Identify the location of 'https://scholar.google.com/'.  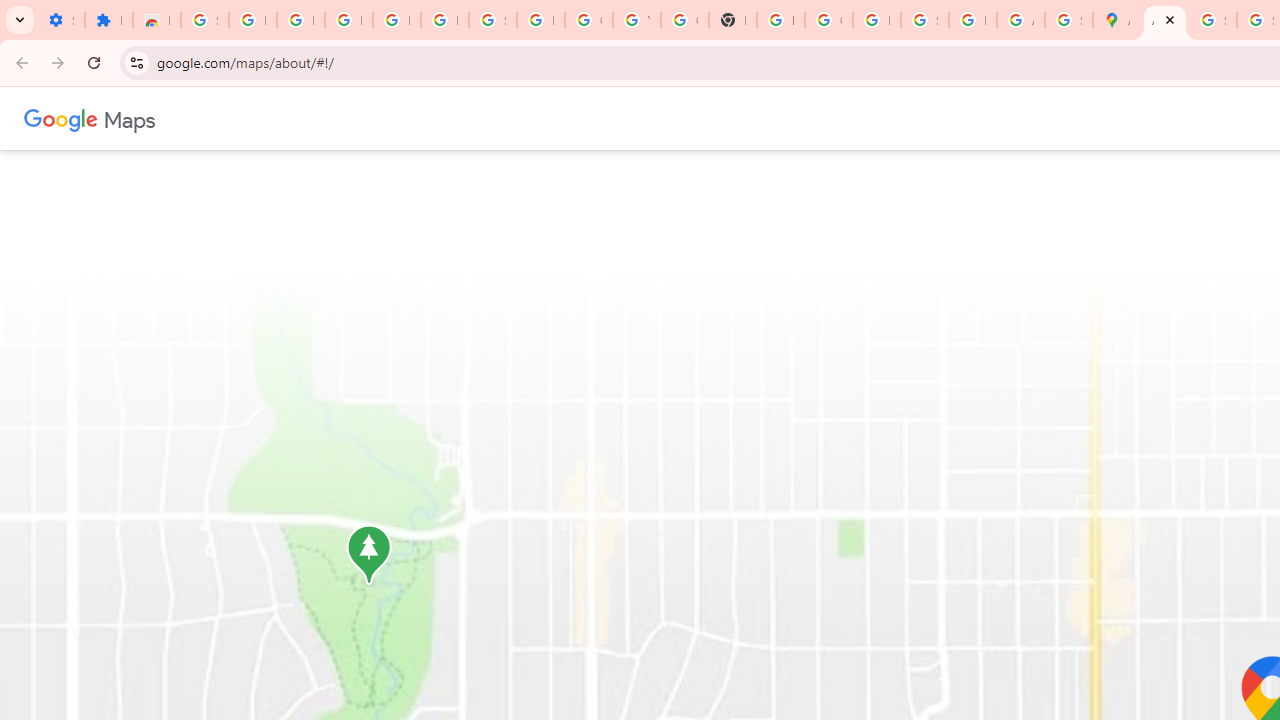
(779, 20).